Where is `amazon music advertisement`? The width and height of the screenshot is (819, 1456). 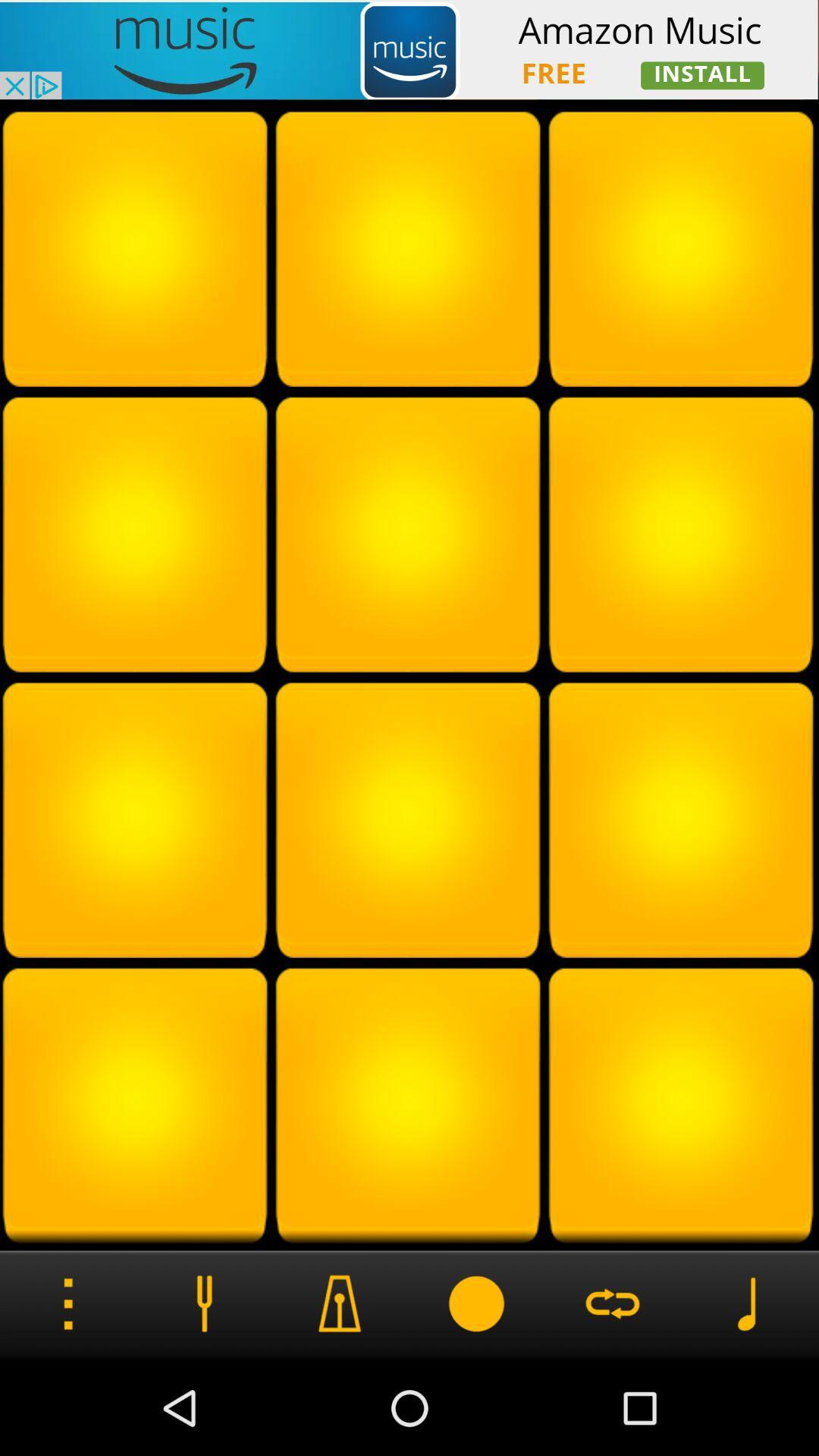
amazon music advertisement is located at coordinates (409, 49).